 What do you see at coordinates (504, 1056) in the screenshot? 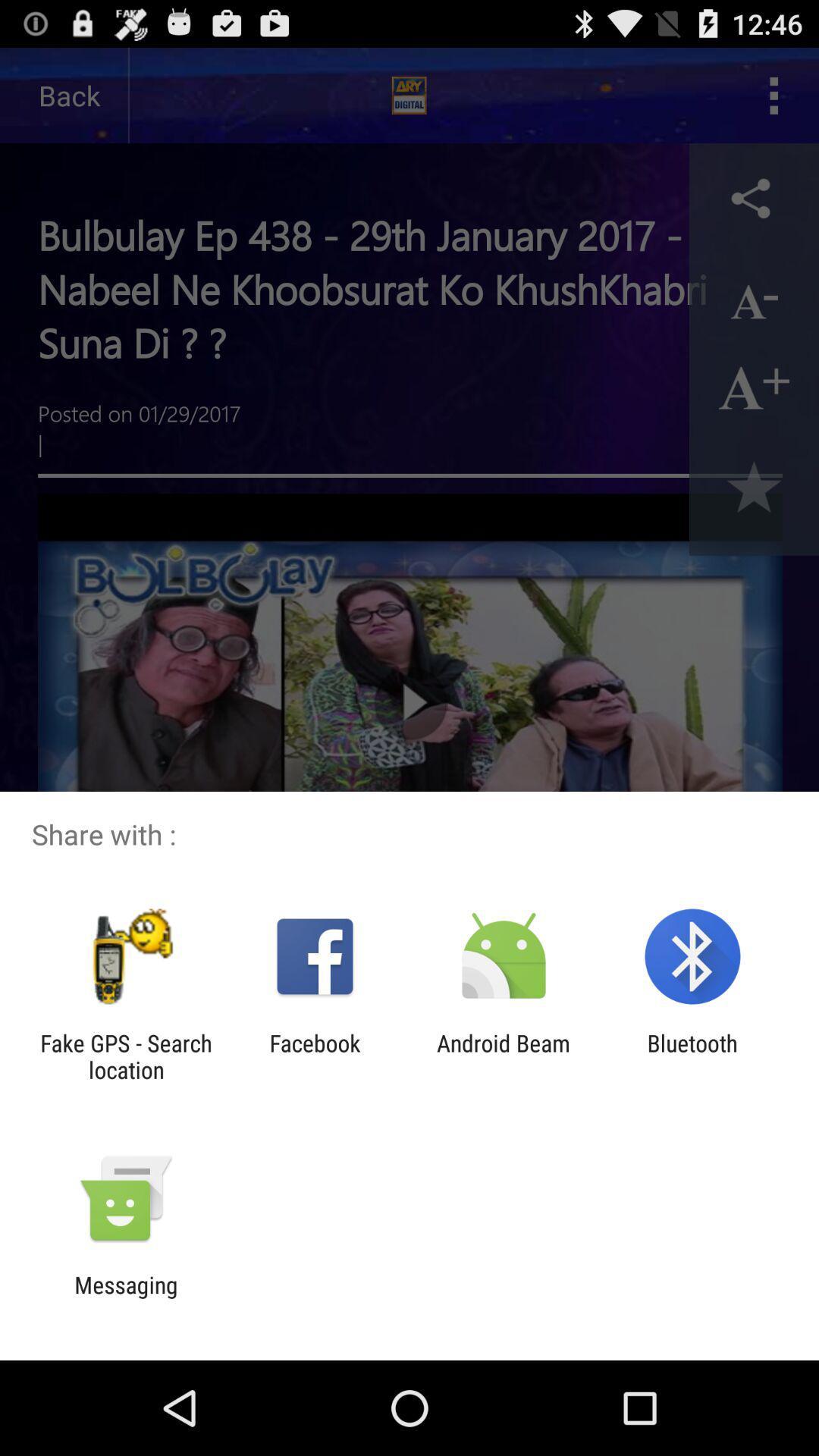
I see `the android beam app` at bounding box center [504, 1056].